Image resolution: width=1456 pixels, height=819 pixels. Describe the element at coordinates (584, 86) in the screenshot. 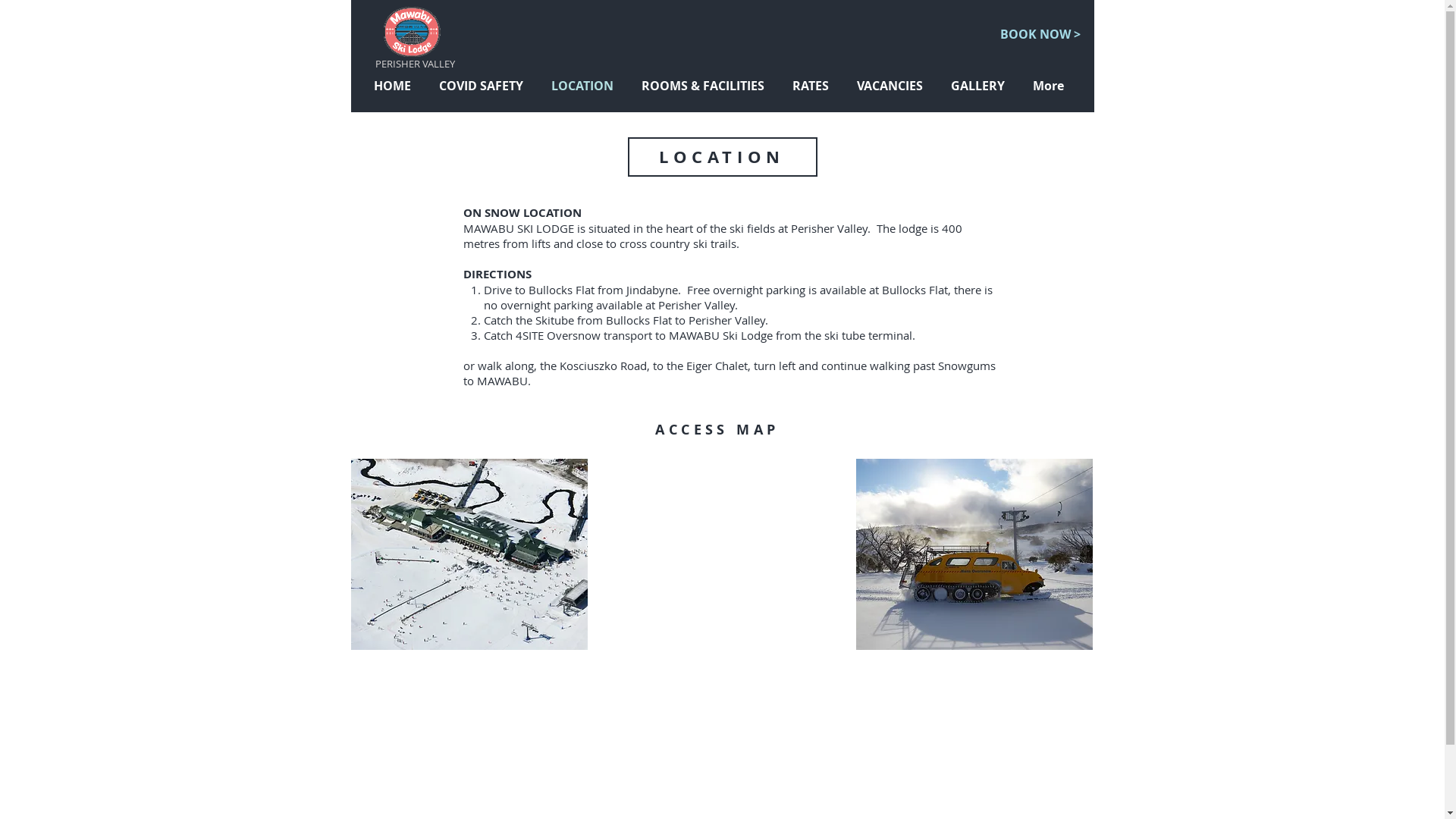

I see `'LOCATION'` at that location.